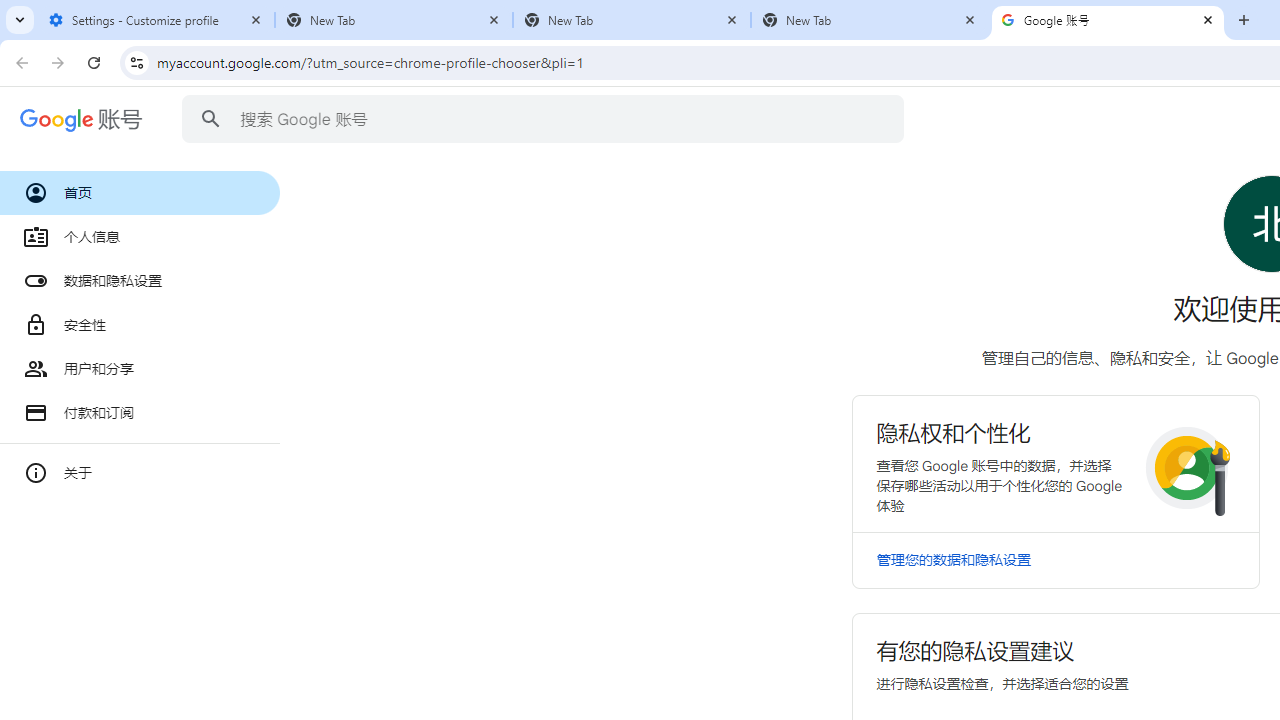 This screenshot has height=720, width=1280. I want to click on 'Forward', so click(58, 61).